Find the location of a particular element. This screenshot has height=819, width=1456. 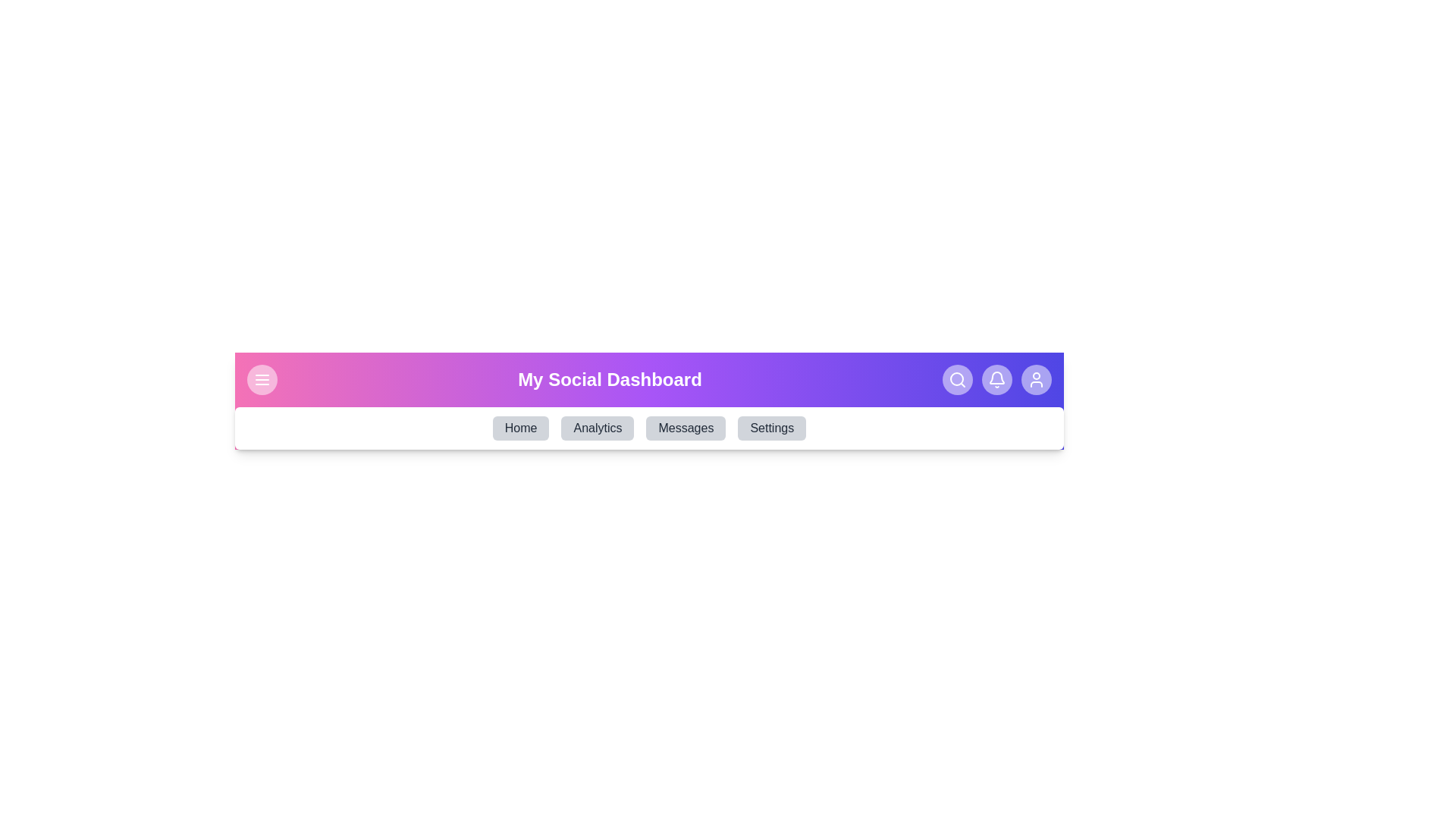

the navigation item Settings from the navigation bar is located at coordinates (771, 428).